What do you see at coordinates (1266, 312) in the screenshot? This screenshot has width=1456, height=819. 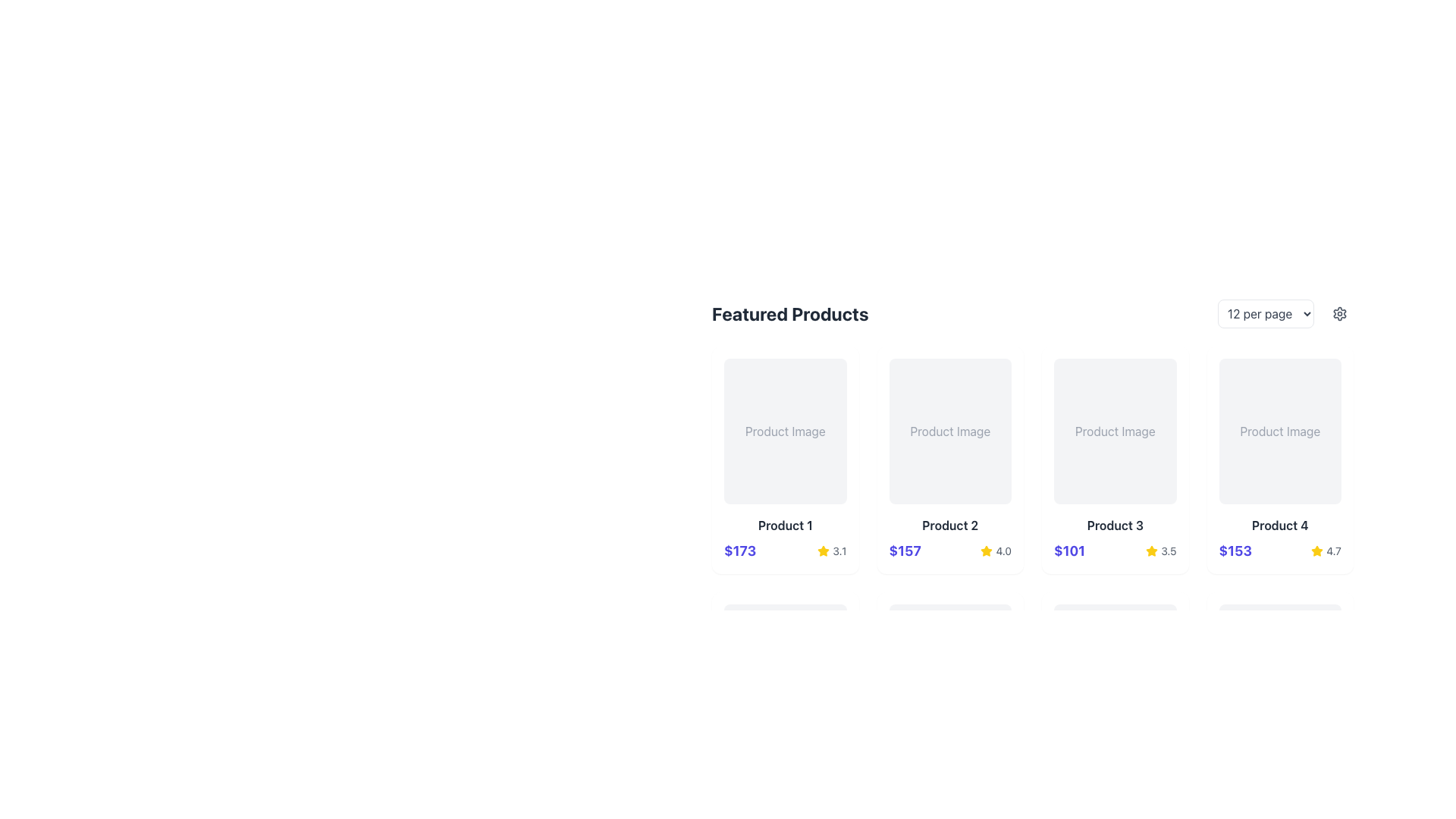 I see `the Dropdown menu located on the top-right section of the interface, which allows users to select the number of items displayed per page` at bounding box center [1266, 312].